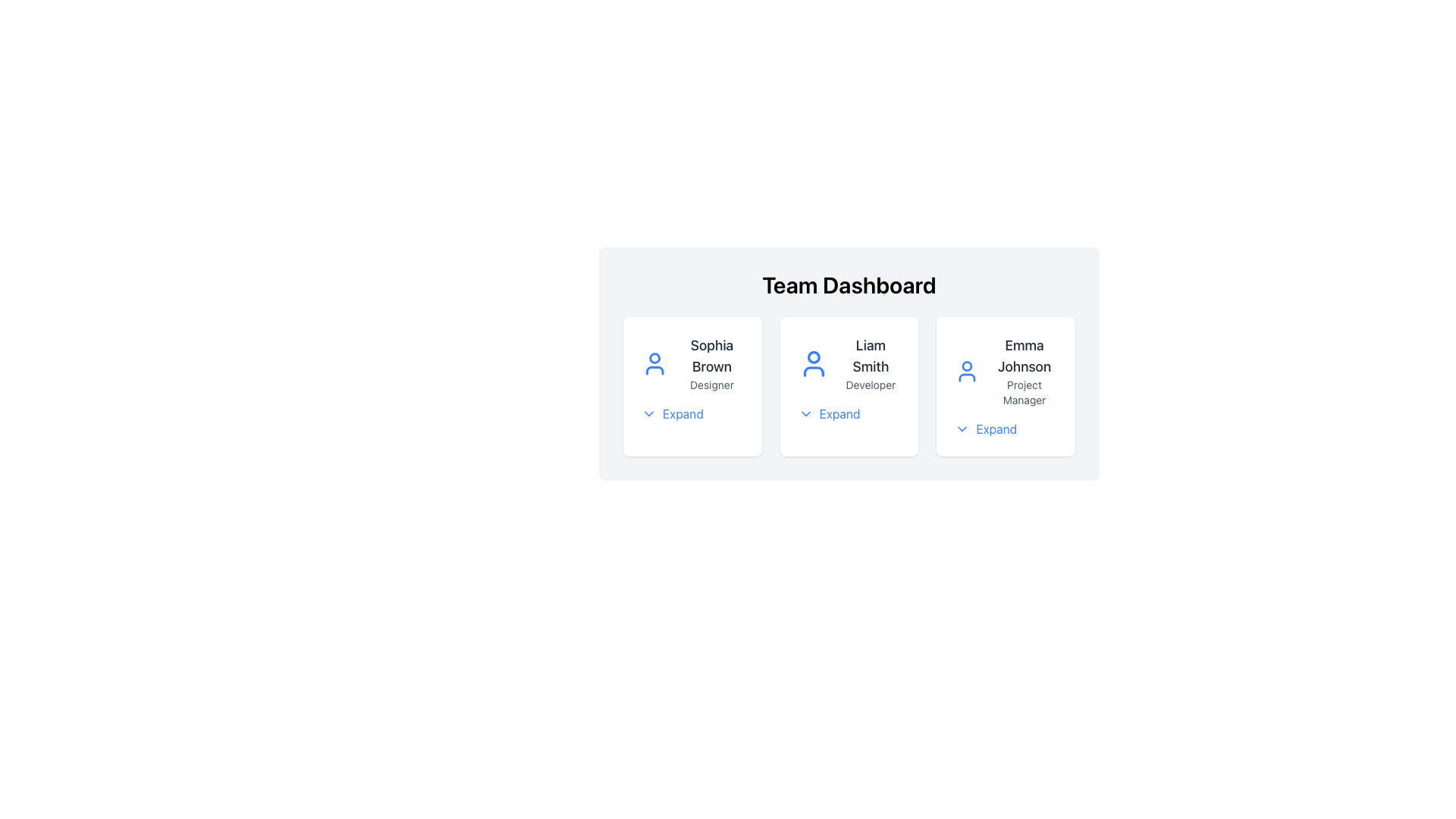 This screenshot has height=819, width=1456. Describe the element at coordinates (1025, 356) in the screenshot. I see `the Static Text element displaying the name 'Emma Johnson', which is positioned at the top-center of the third card in the 'Team Dashboard' section` at that location.